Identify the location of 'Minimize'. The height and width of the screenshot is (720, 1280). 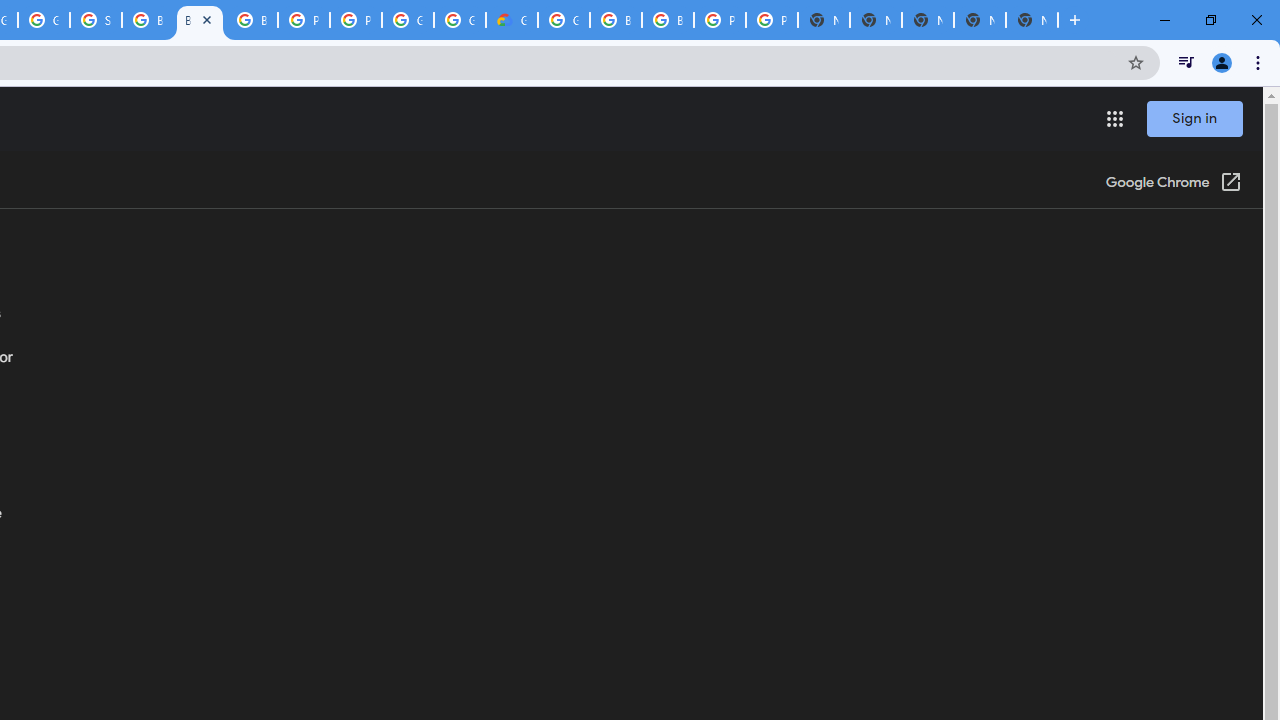
(1165, 20).